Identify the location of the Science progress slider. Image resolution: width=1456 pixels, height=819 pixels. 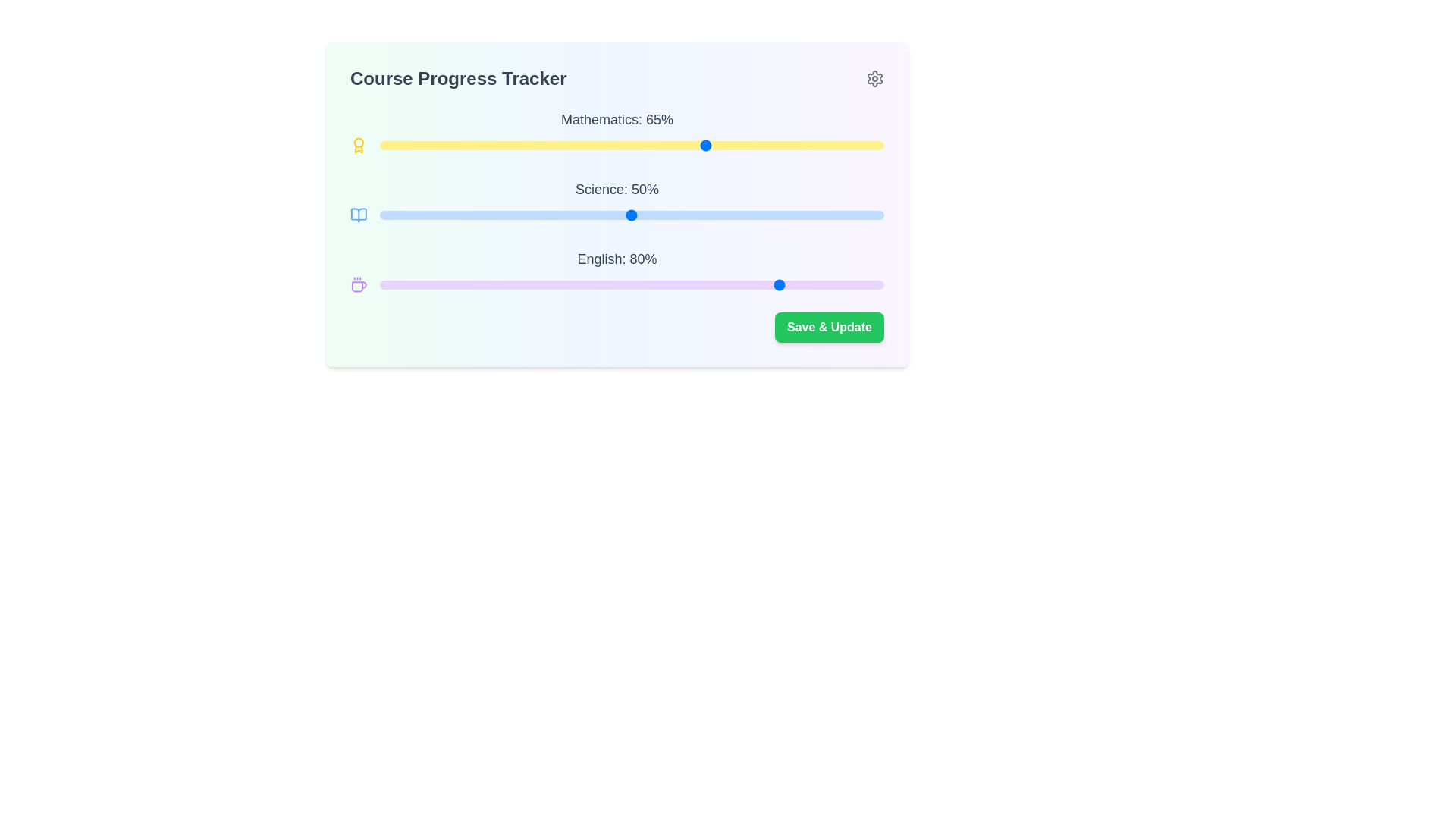
(671, 215).